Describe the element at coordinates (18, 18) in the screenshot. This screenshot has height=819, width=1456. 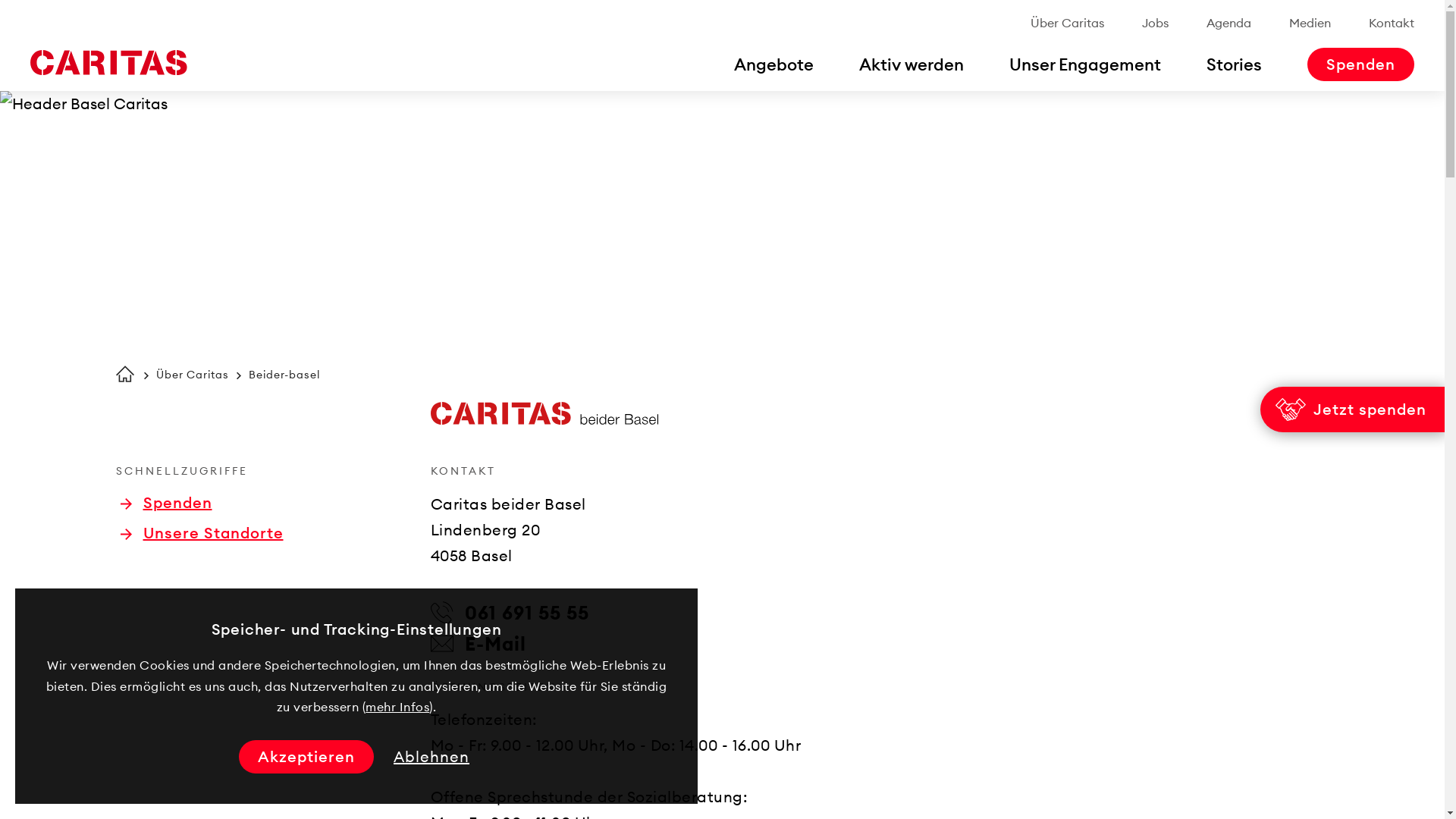
I see `'Open sub menu'` at that location.